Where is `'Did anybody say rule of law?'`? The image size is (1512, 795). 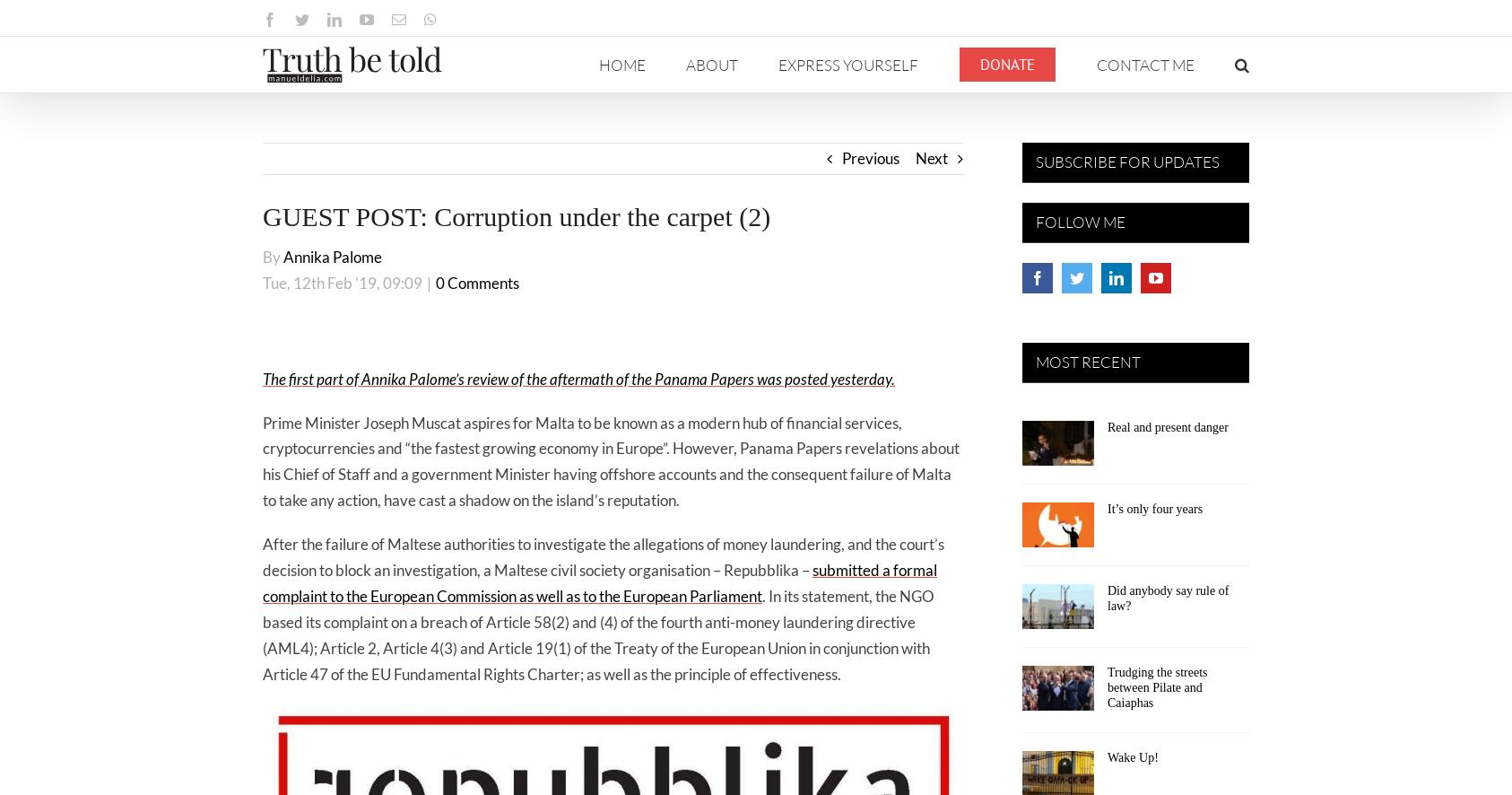
'Did anybody say rule of law?' is located at coordinates (1106, 597).